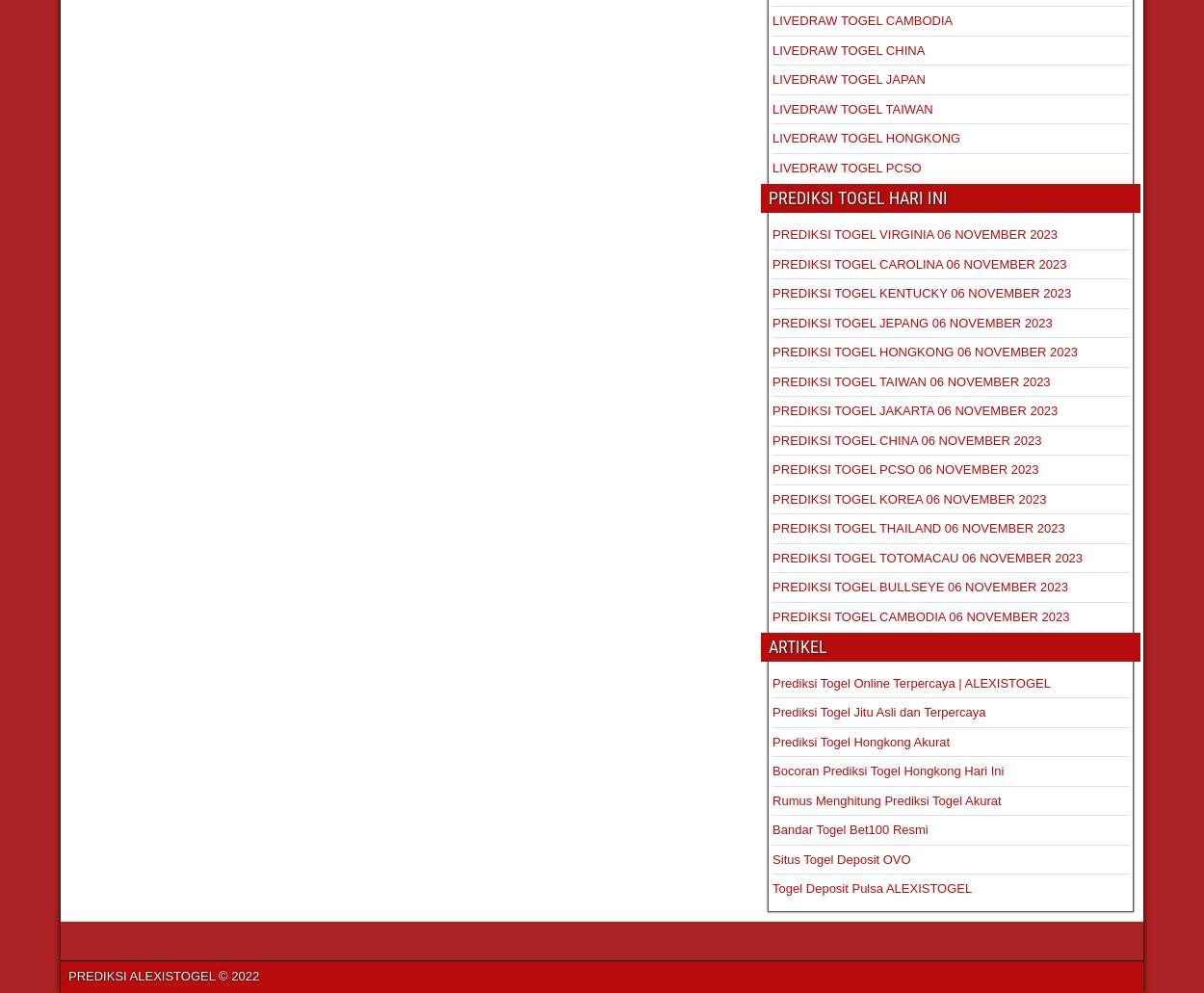 This screenshot has width=1204, height=993. Describe the element at coordinates (772, 107) in the screenshot. I see `'LIVEDRAW TOGEL TAIWAN'` at that location.